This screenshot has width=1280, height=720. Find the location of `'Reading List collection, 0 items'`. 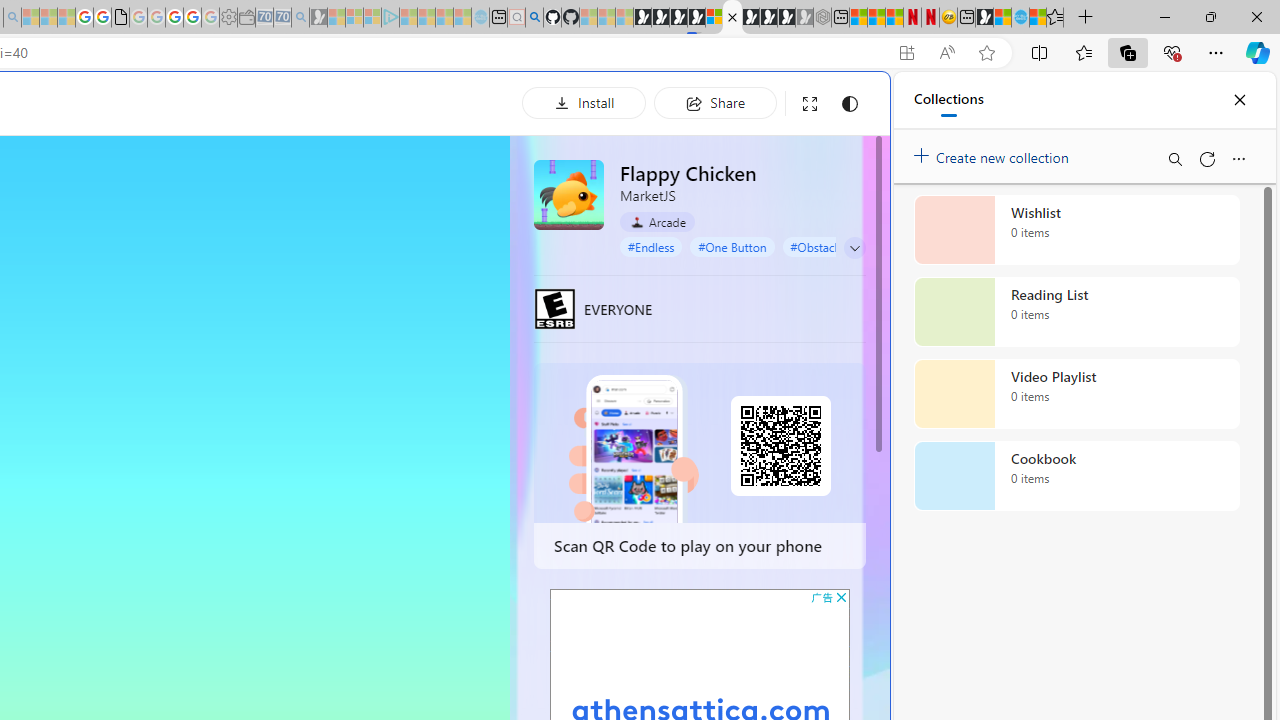

'Reading List collection, 0 items' is located at coordinates (1076, 312).